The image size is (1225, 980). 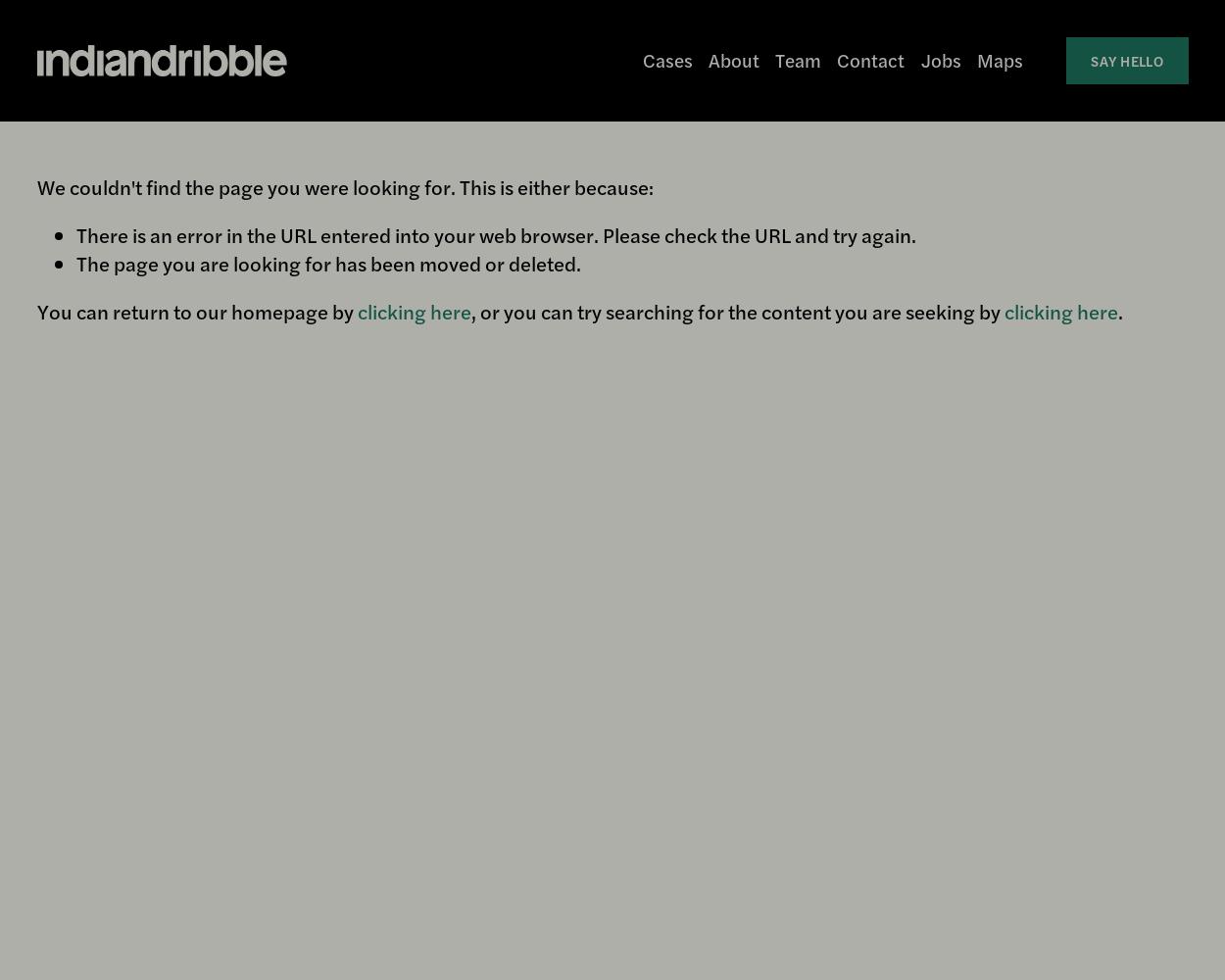 I want to click on 'You can return to our homepage by', so click(x=195, y=310).